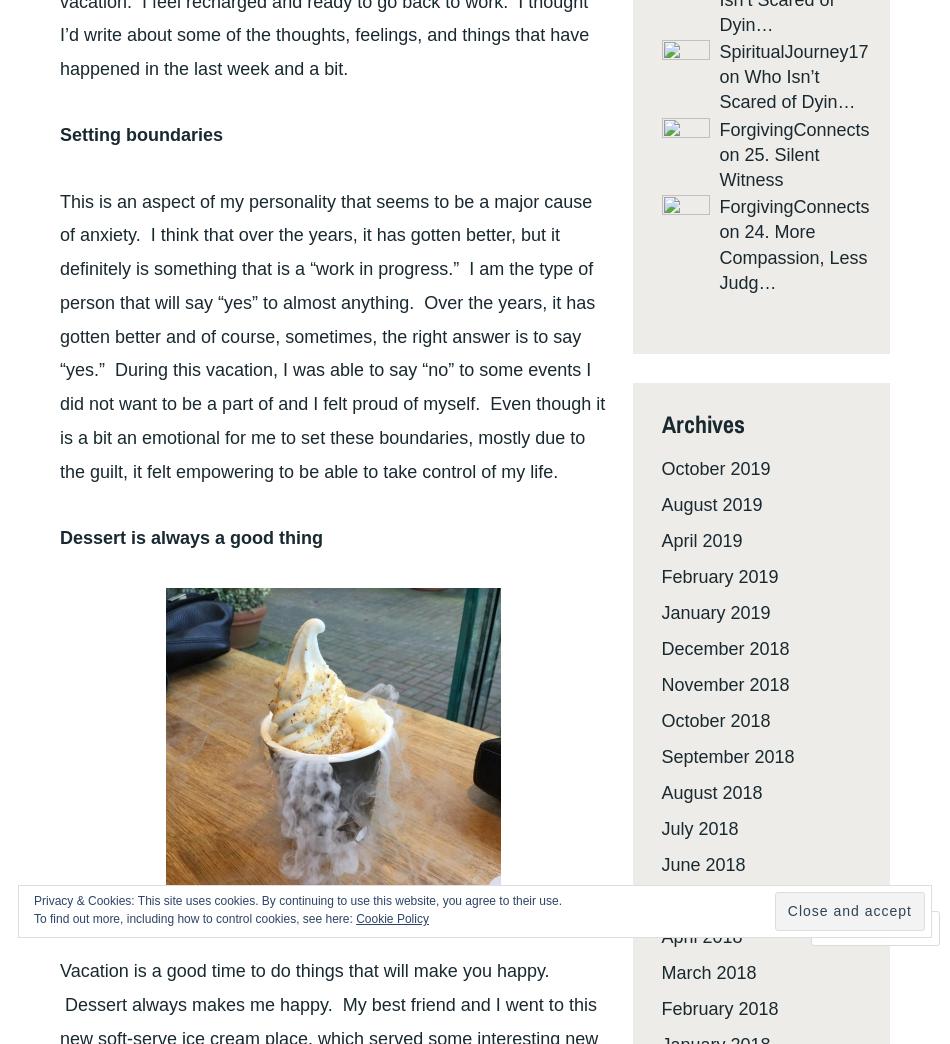 The image size is (950, 1044). Describe the element at coordinates (768, 166) in the screenshot. I see `'25. Silent Witness'` at that location.